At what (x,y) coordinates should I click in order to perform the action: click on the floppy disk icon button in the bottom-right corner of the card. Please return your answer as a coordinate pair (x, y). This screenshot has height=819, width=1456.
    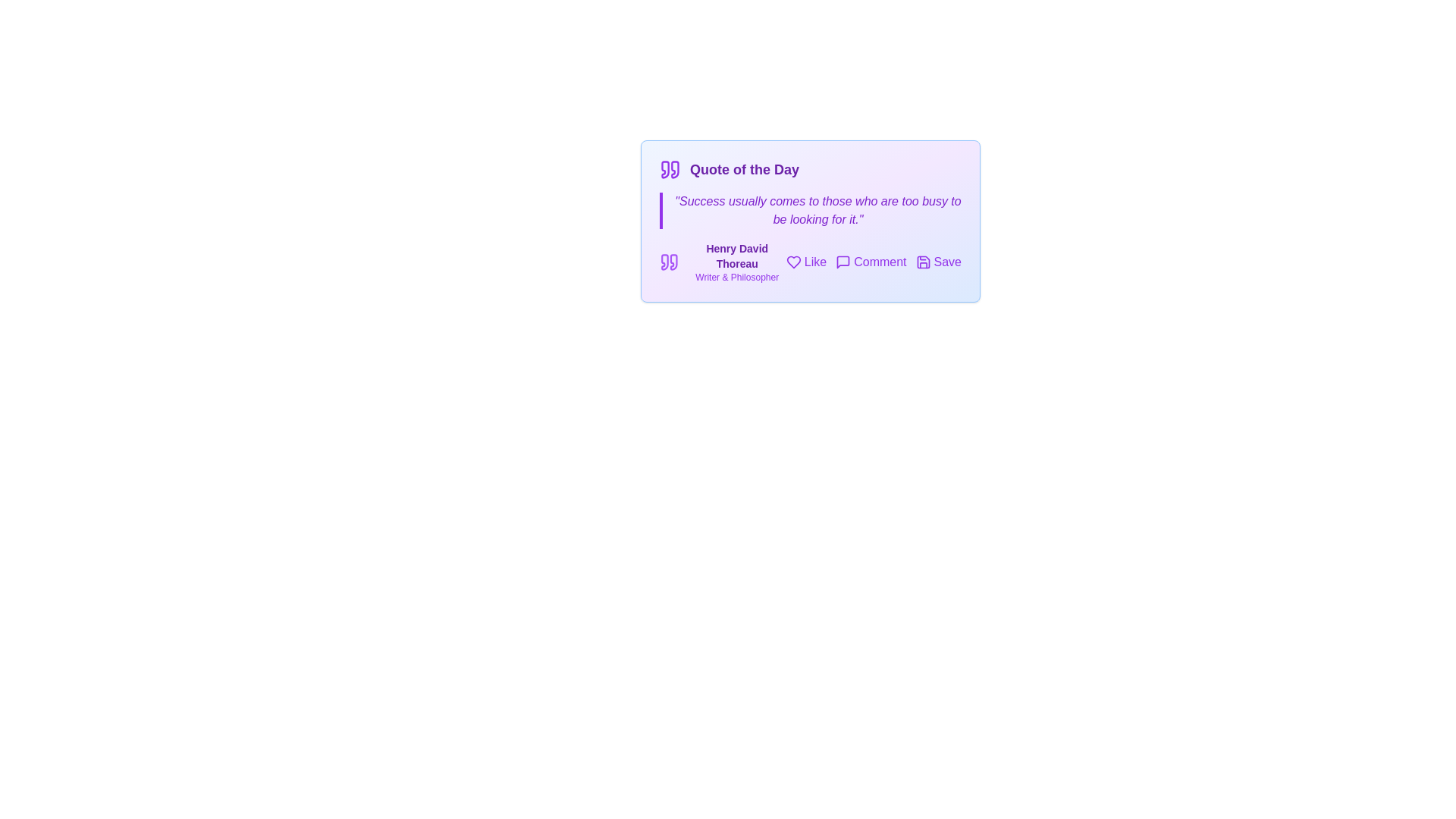
    Looking at the image, I should click on (922, 262).